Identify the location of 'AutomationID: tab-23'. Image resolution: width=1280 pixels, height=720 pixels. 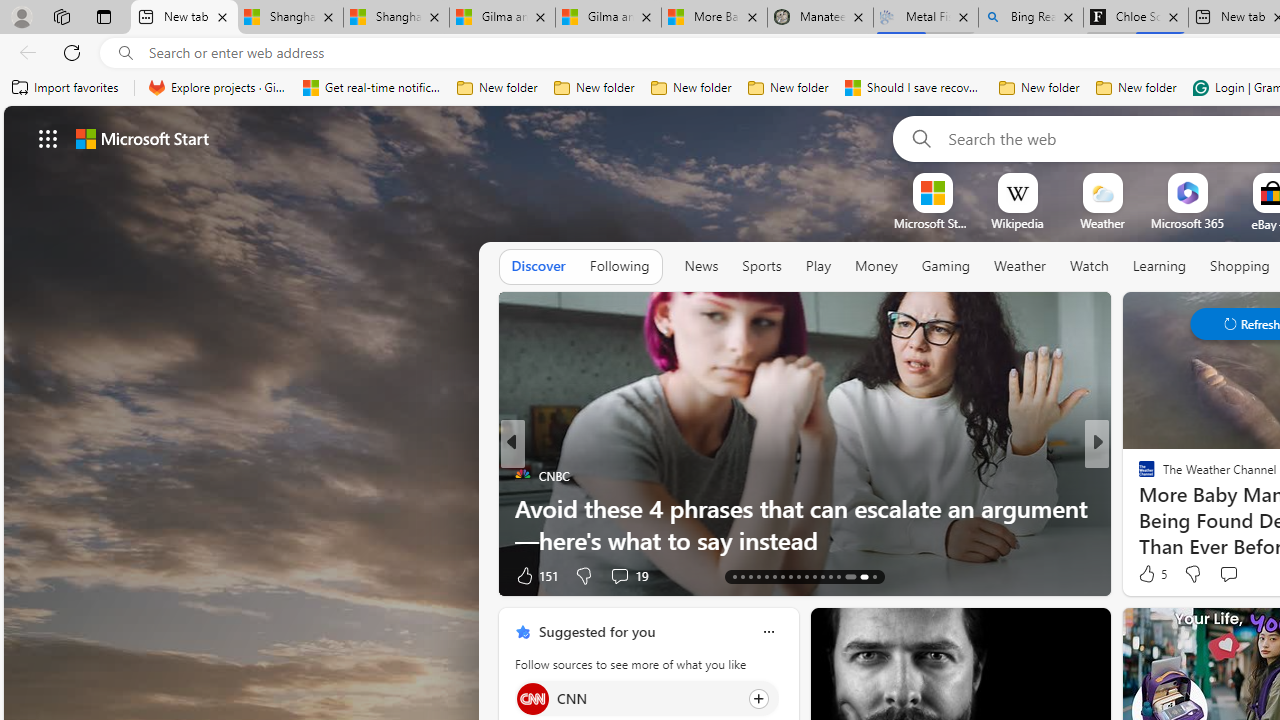
(814, 577).